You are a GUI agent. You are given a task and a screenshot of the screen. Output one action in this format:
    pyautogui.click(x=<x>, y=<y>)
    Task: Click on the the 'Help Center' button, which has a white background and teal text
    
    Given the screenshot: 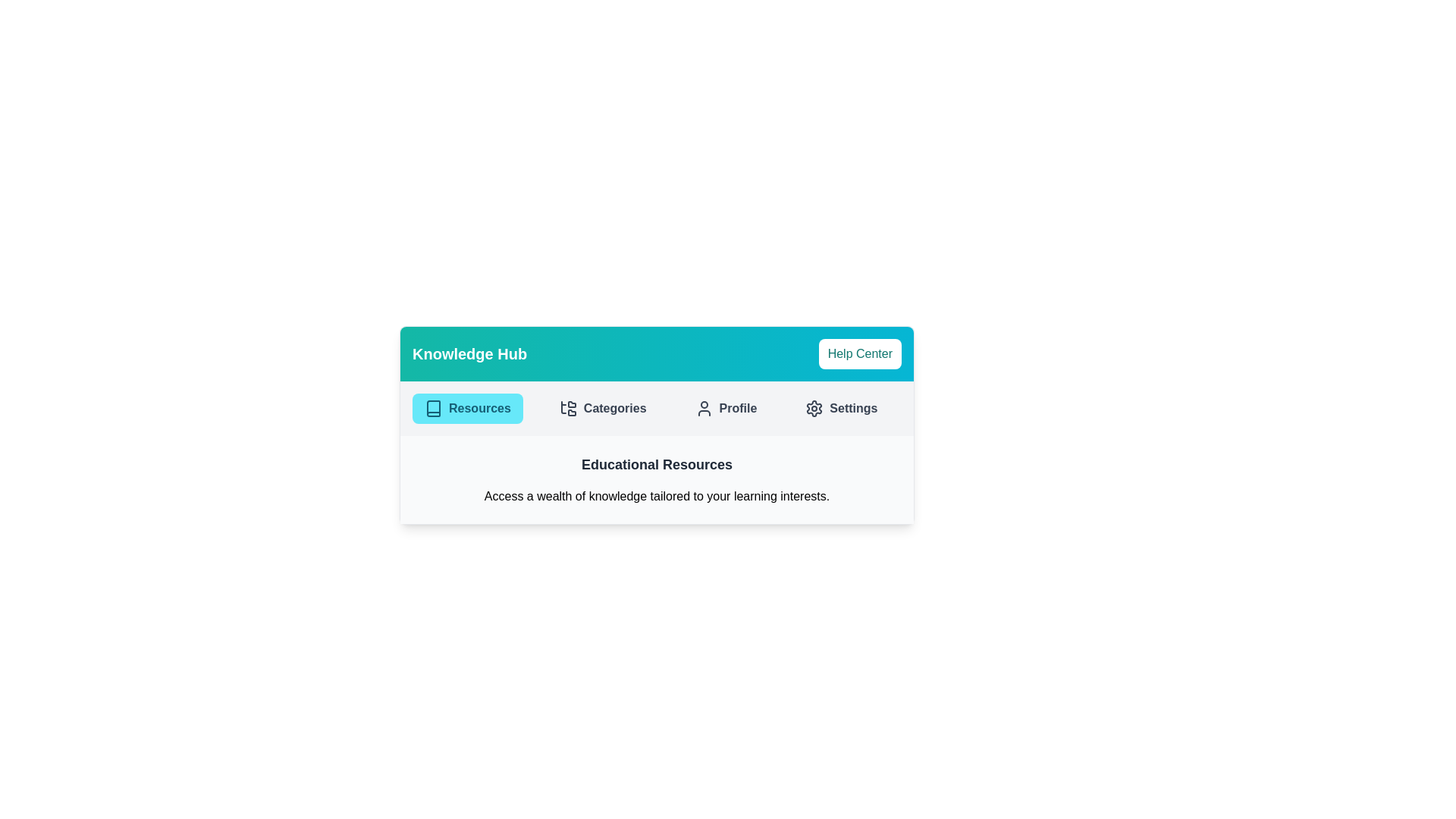 What is the action you would take?
    pyautogui.click(x=860, y=353)
    